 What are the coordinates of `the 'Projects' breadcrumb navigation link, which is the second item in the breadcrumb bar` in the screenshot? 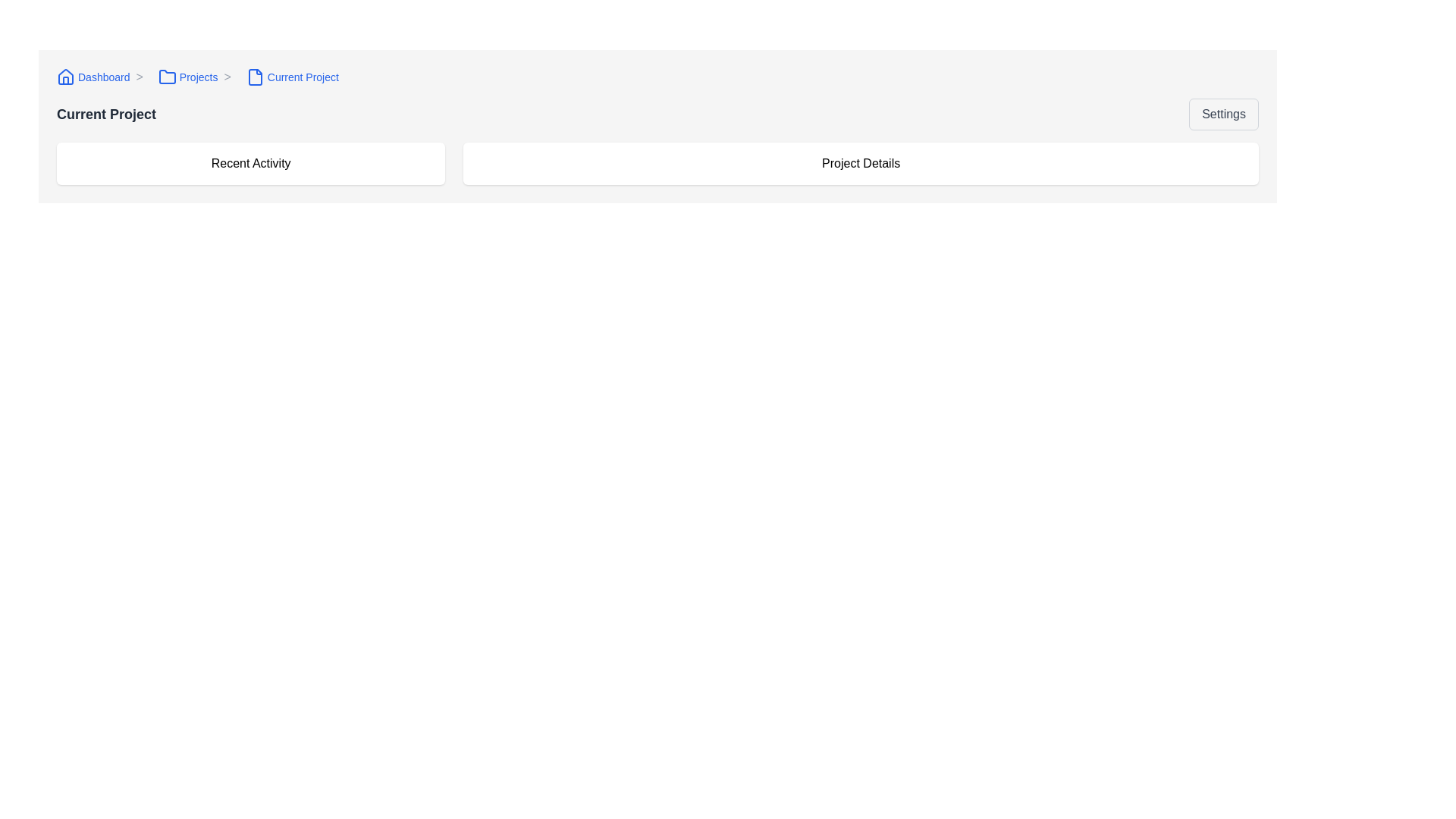 It's located at (196, 77).